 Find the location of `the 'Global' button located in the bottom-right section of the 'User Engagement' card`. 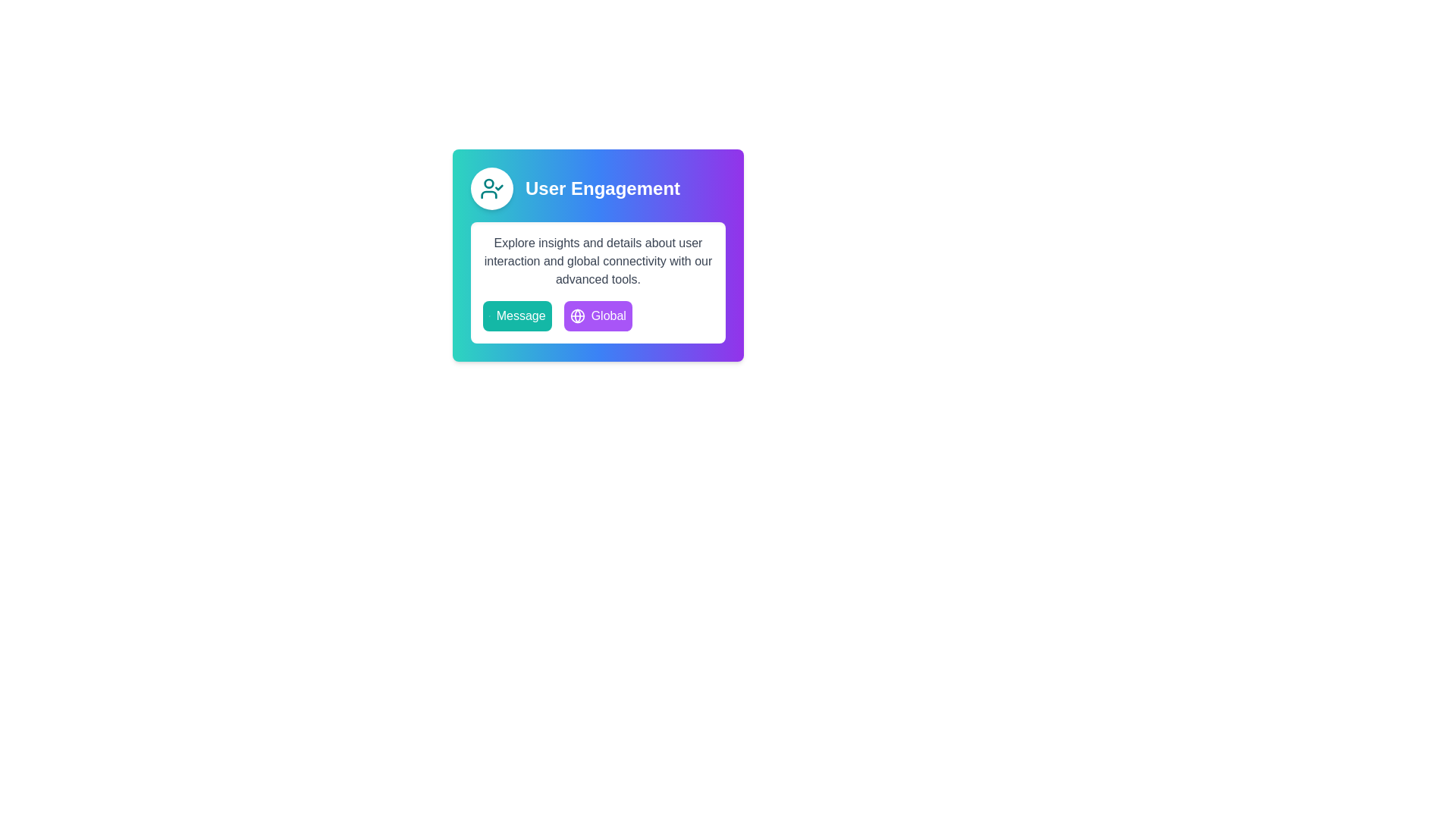

the 'Global' button located in the bottom-right section of the 'User Engagement' card is located at coordinates (597, 315).